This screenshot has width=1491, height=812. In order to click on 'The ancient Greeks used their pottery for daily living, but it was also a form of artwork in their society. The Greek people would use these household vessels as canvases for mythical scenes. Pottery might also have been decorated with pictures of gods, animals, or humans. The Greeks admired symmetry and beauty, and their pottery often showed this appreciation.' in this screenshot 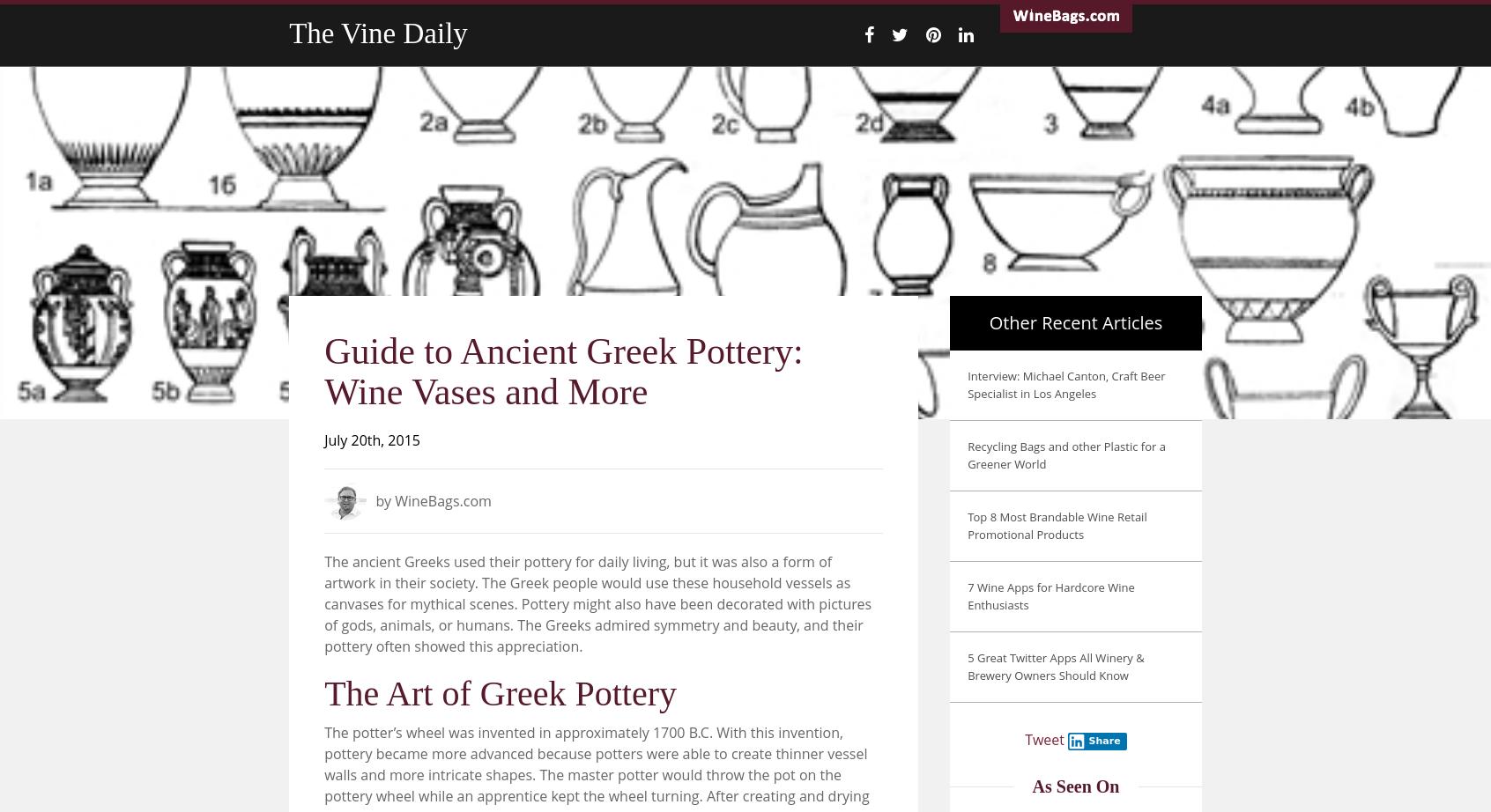, I will do `click(597, 603)`.